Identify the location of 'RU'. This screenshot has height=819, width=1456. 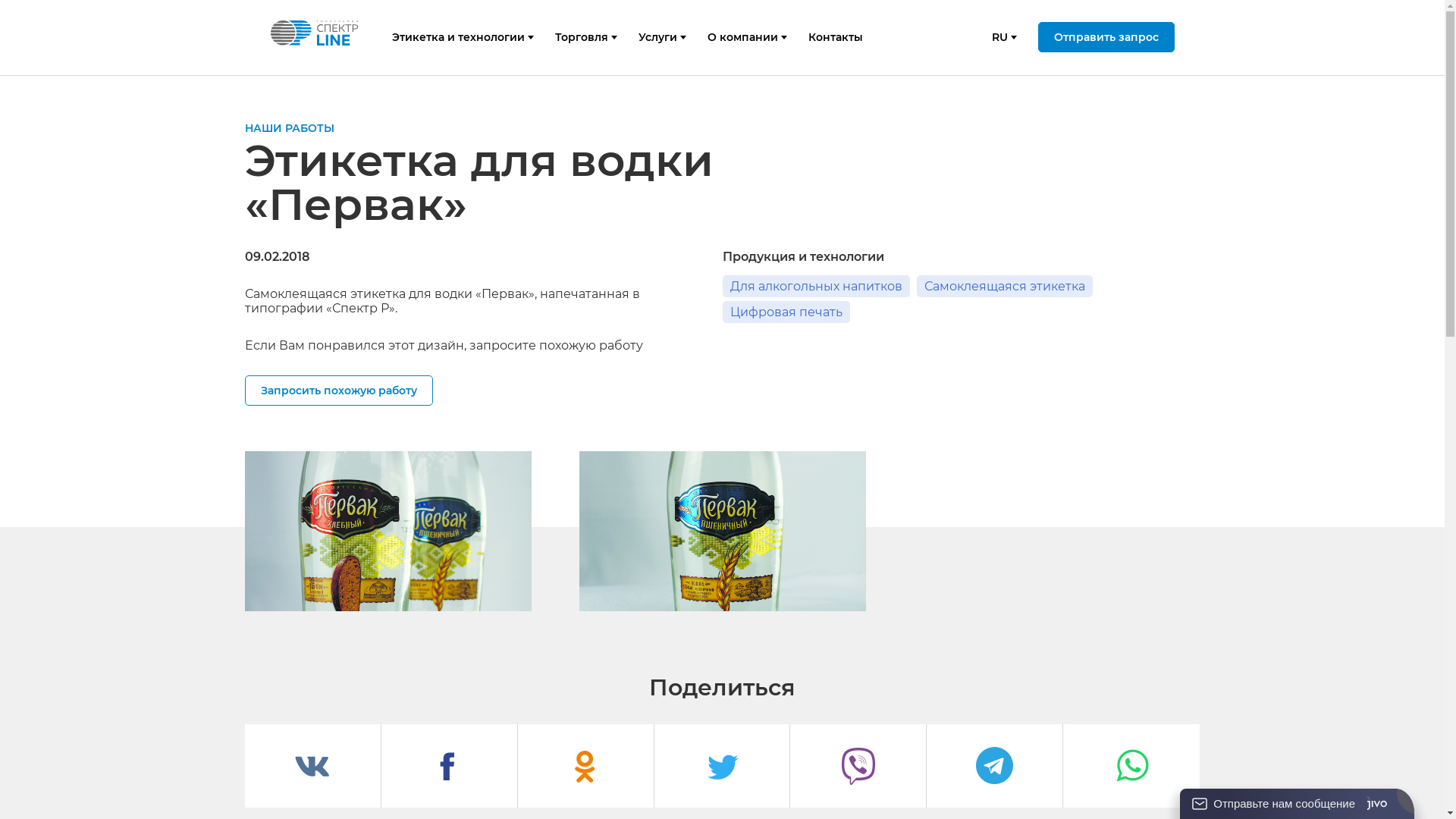
(999, 36).